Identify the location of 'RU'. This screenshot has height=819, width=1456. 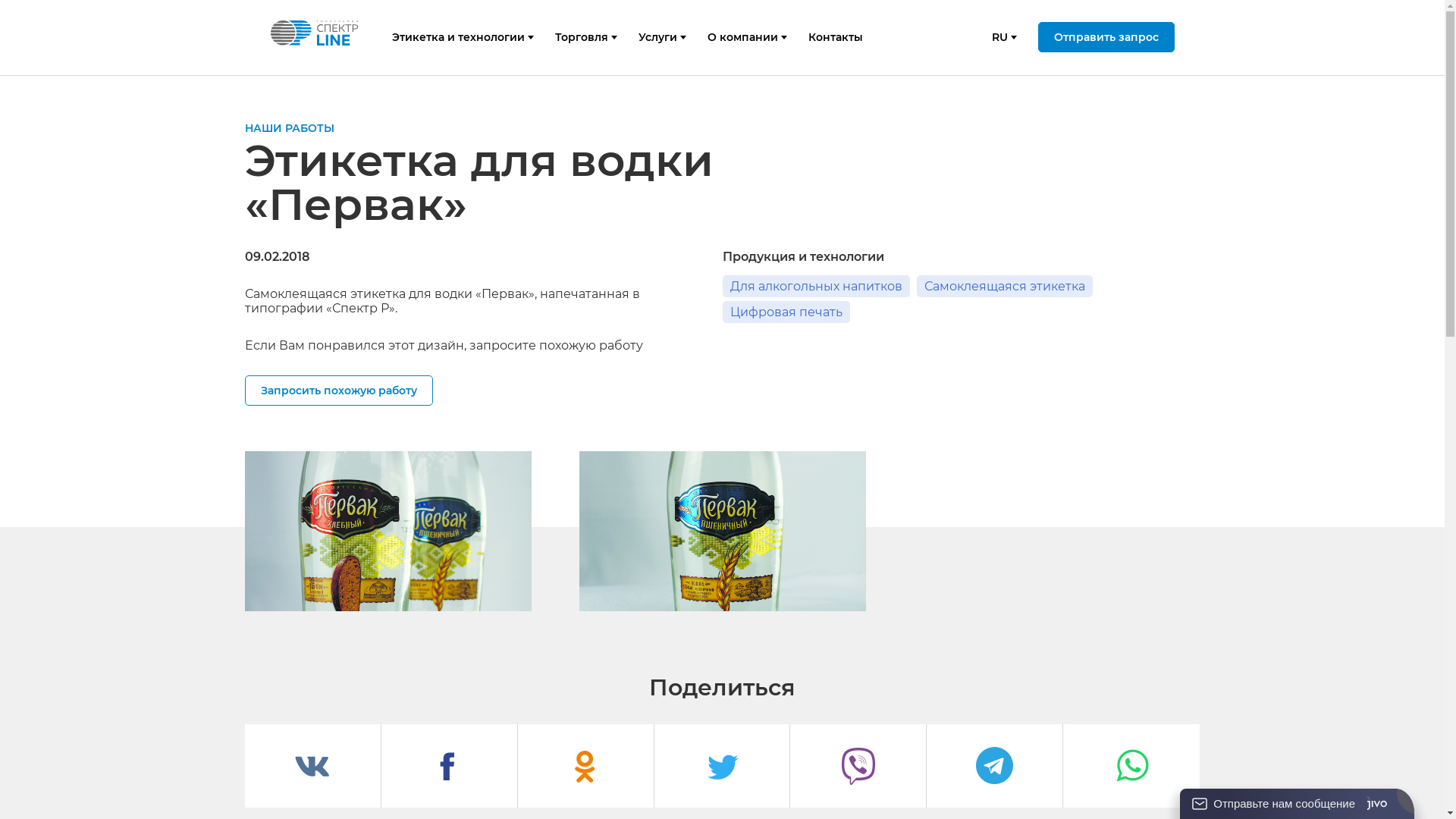
(999, 36).